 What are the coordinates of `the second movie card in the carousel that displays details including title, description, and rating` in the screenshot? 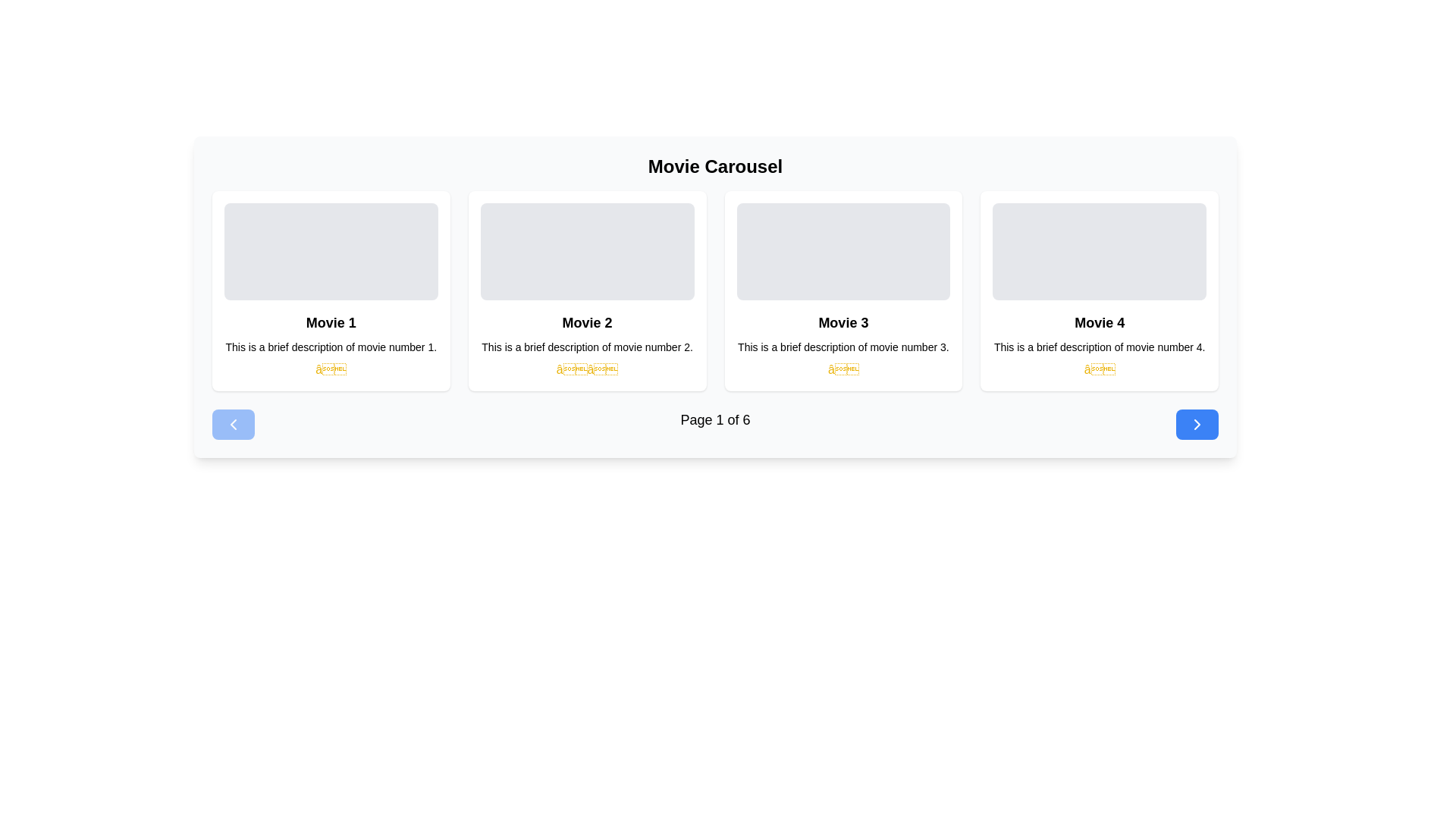 It's located at (586, 291).